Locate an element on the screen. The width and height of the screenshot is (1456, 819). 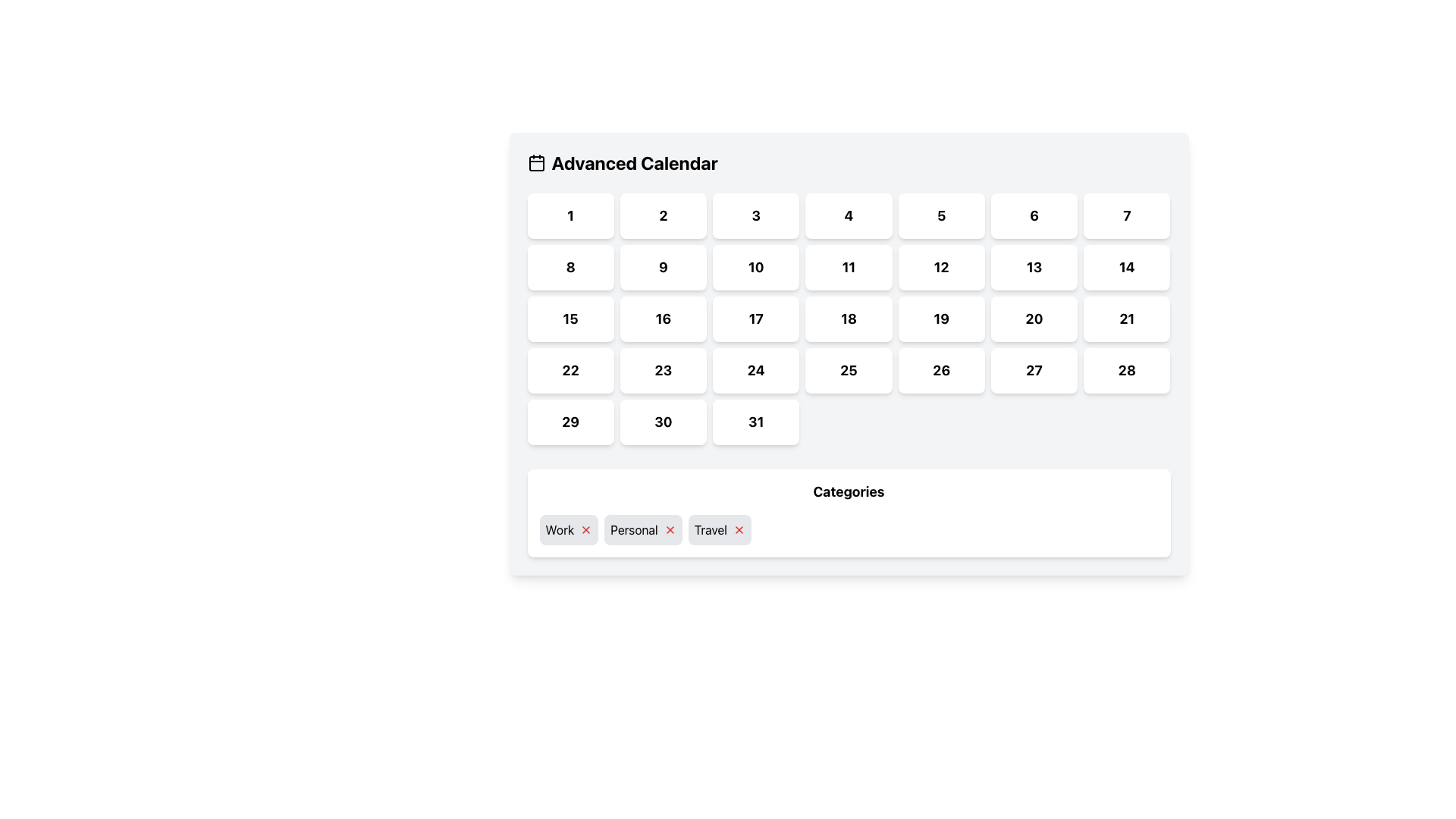
the 'Personal' label, which is displayed in a bold font on a light gray background and is the second element in a horizontal segmented UI group is located at coordinates (634, 529).